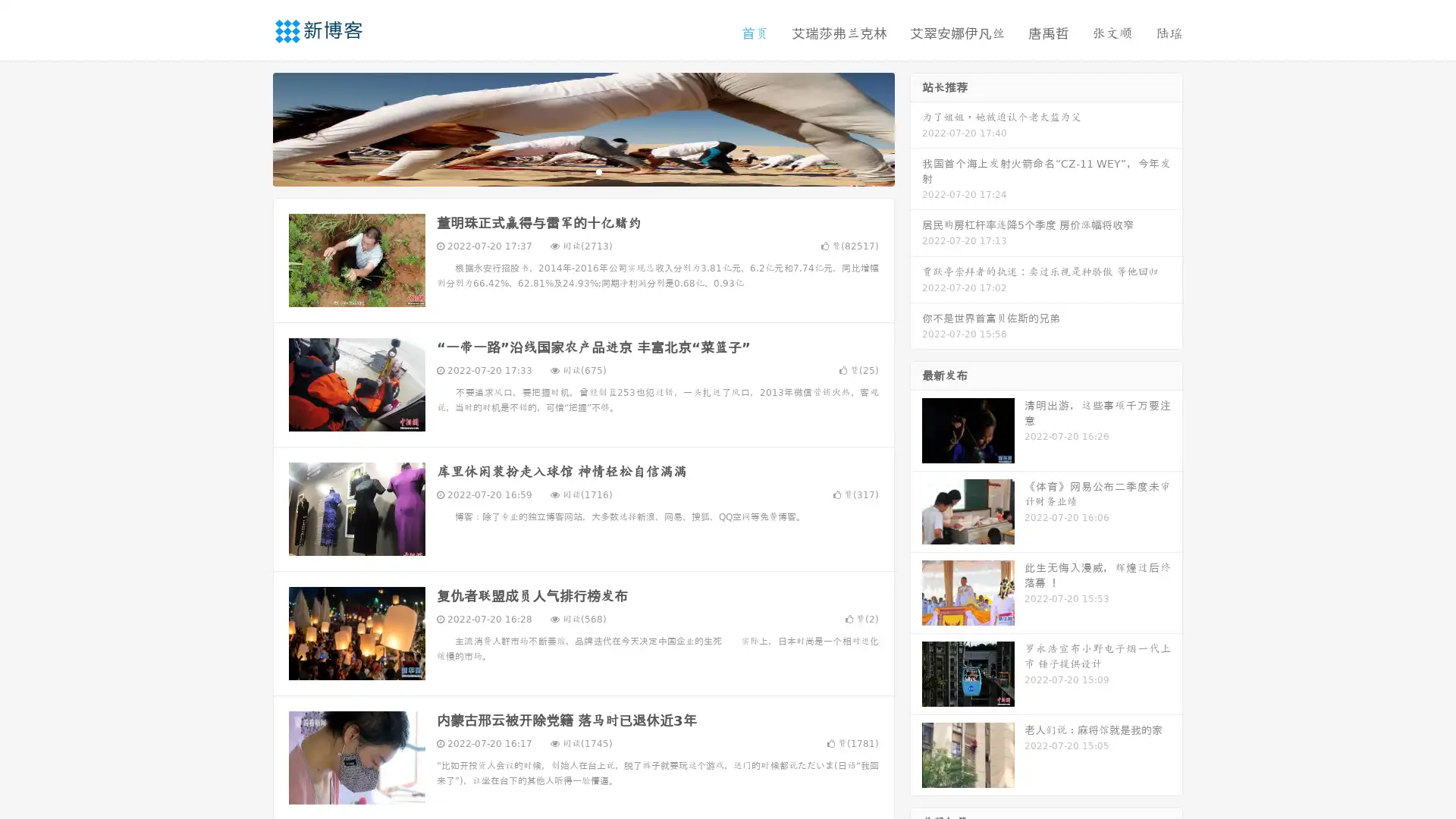 The image size is (1456, 819). Describe the element at coordinates (916, 127) in the screenshot. I see `Next slide` at that location.